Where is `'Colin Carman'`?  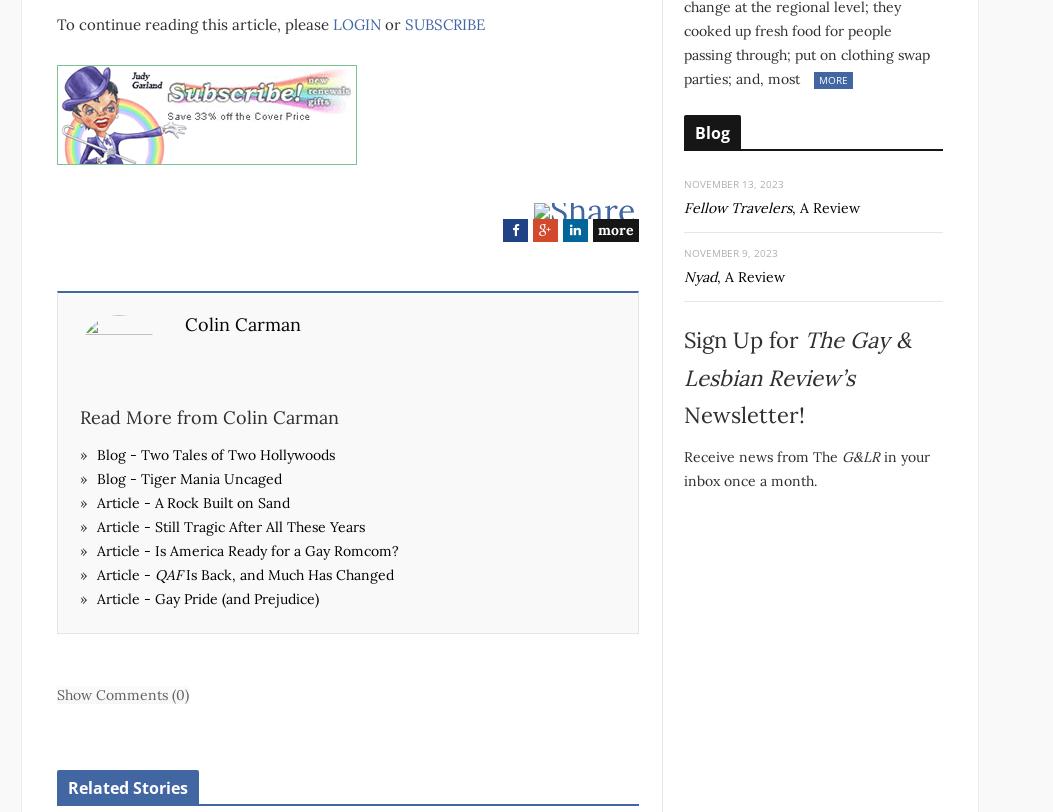
'Colin Carman' is located at coordinates (242, 323).